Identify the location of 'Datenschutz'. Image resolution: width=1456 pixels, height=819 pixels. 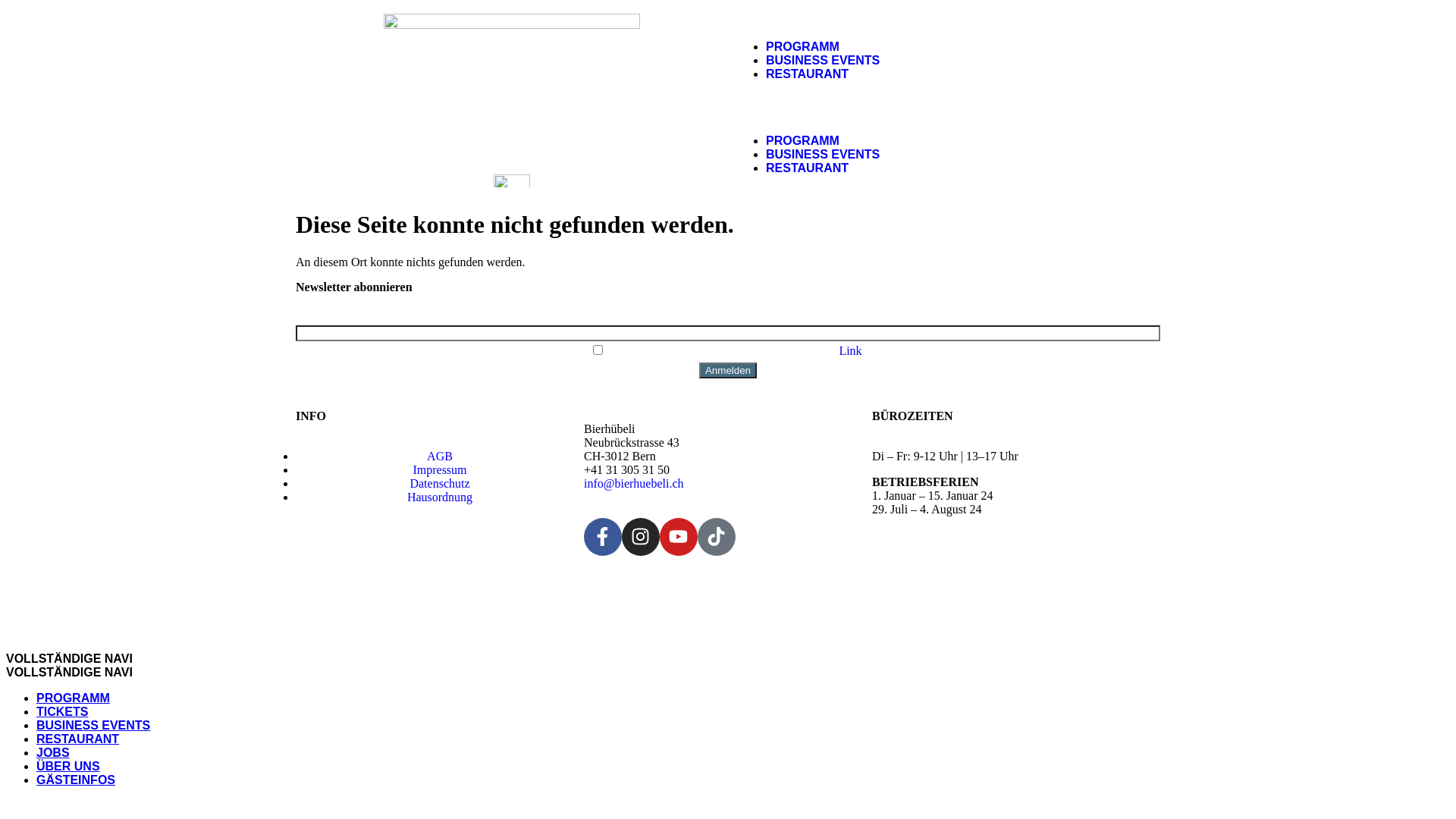
(438, 483).